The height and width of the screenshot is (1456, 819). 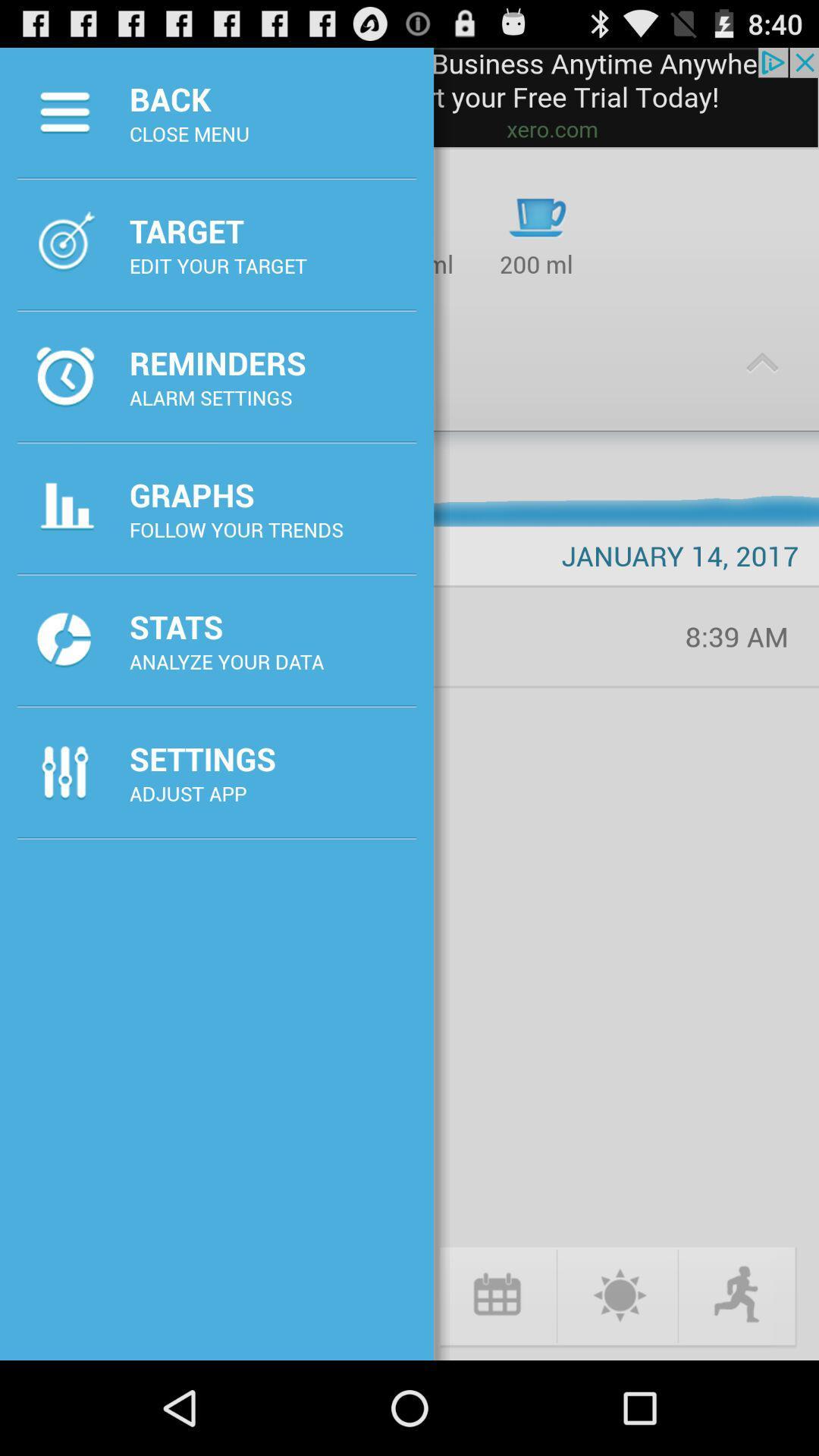 I want to click on the expand_less icon, so click(x=762, y=387).